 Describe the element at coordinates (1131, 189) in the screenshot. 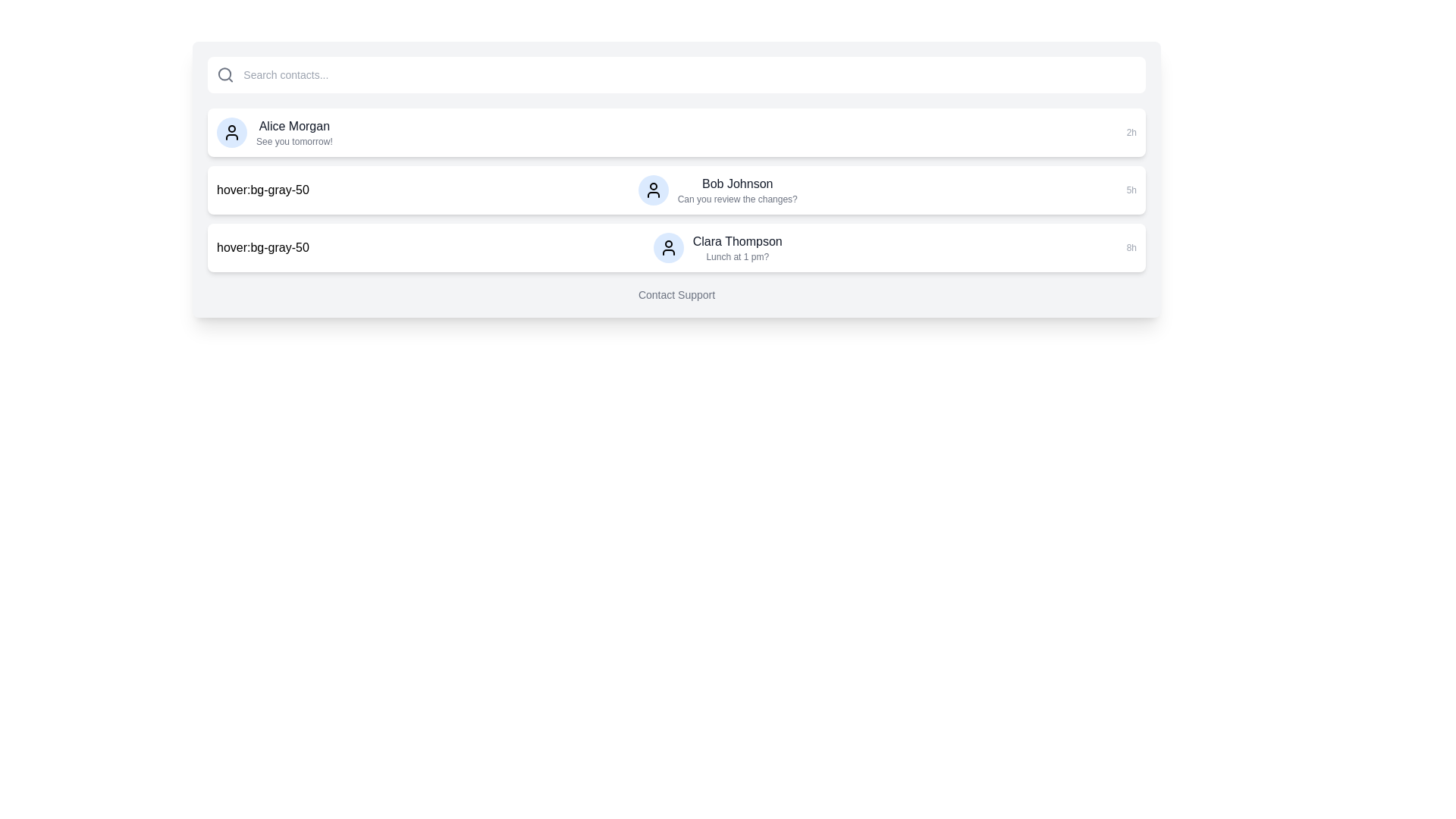

I see `Text Label displaying the elapsed time (5 hours ago) in the second row of the list, aligned with the name 'Bob Johnson' and the message 'Can you review the changes?'` at that location.